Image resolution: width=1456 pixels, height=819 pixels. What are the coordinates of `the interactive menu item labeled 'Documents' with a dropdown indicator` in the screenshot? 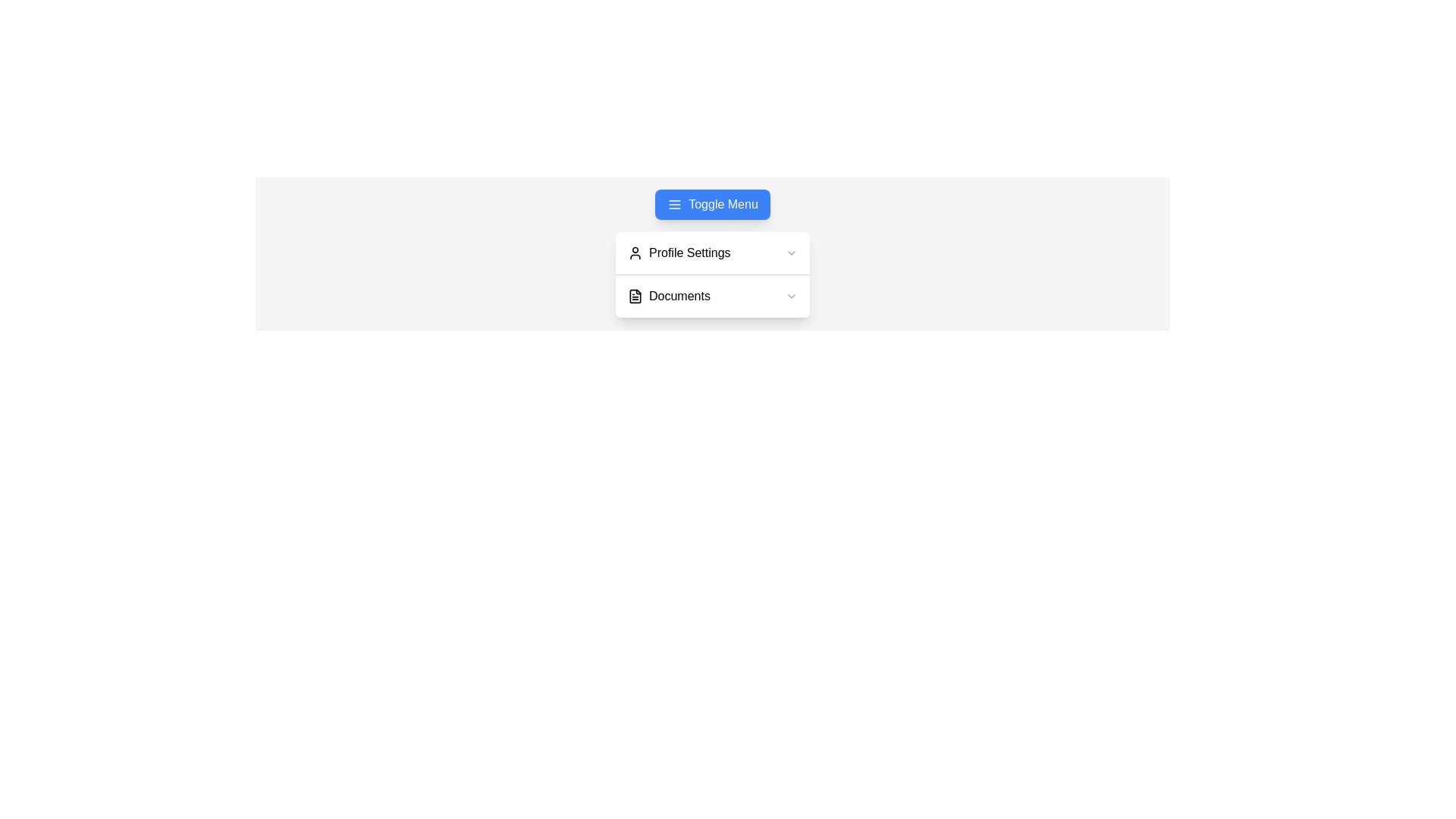 It's located at (712, 297).